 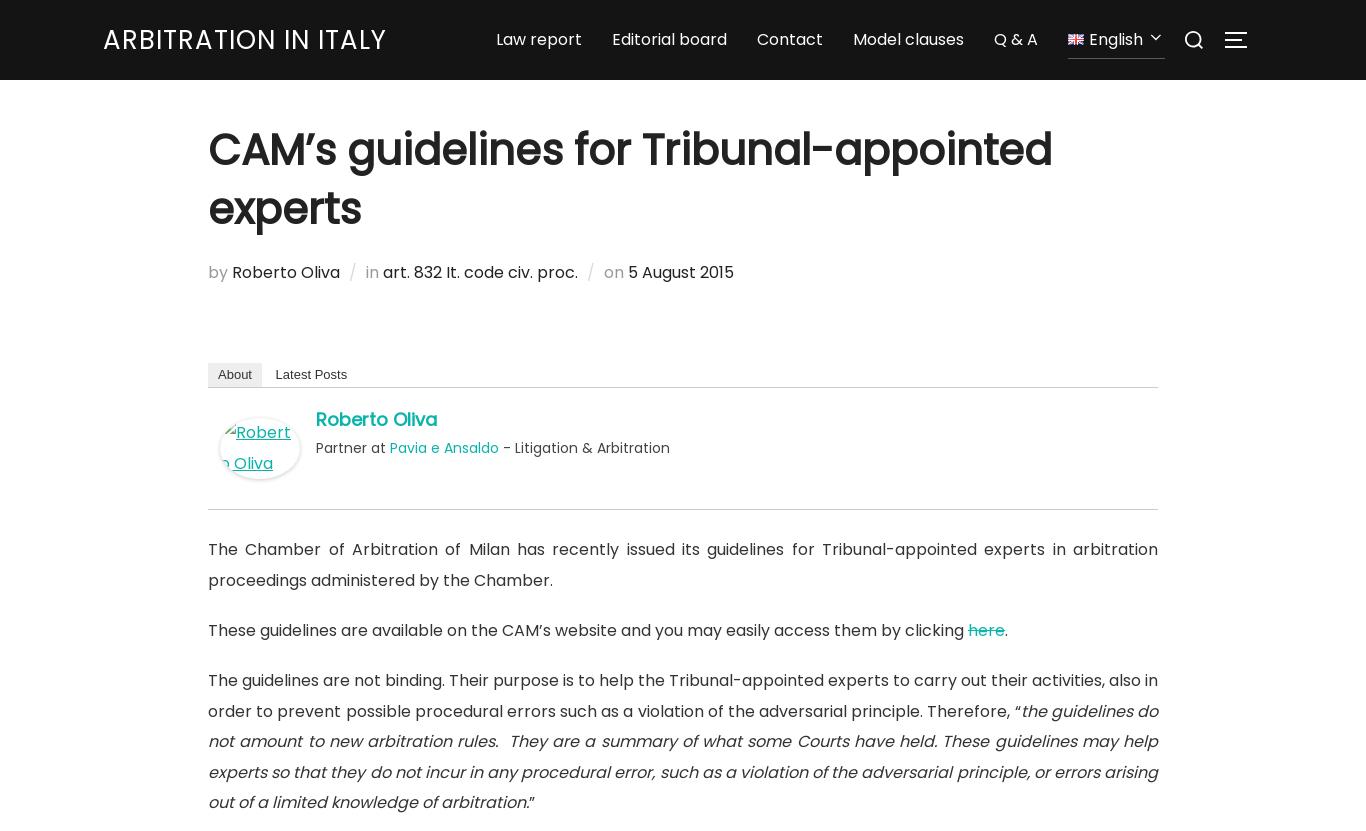 I want to click on 'Pavia e Ansaldo', so click(x=443, y=446).